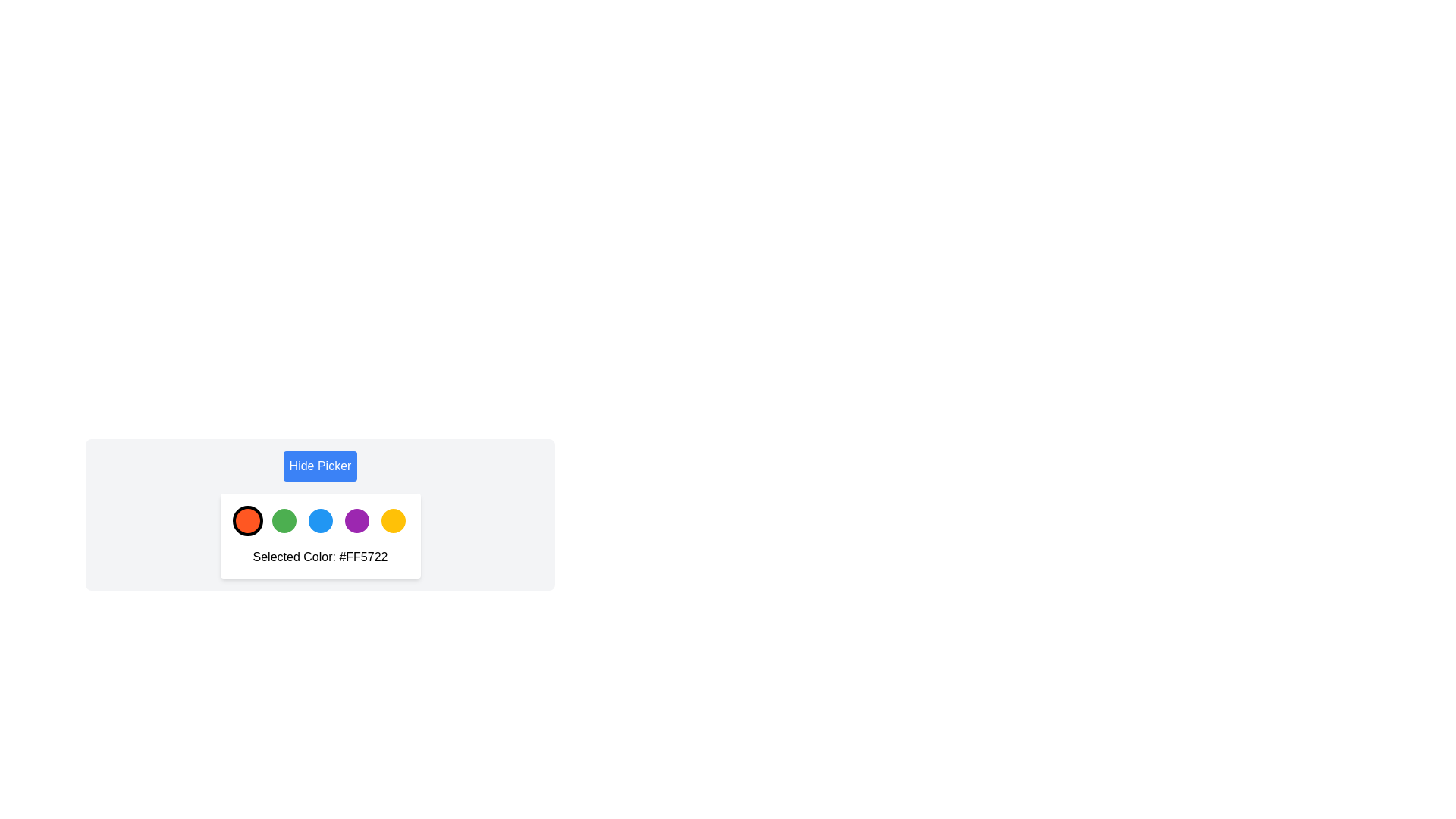 Image resolution: width=1456 pixels, height=819 pixels. What do you see at coordinates (247, 519) in the screenshot?
I see `the first circular button filled with orange color (#FF5722)` at bounding box center [247, 519].